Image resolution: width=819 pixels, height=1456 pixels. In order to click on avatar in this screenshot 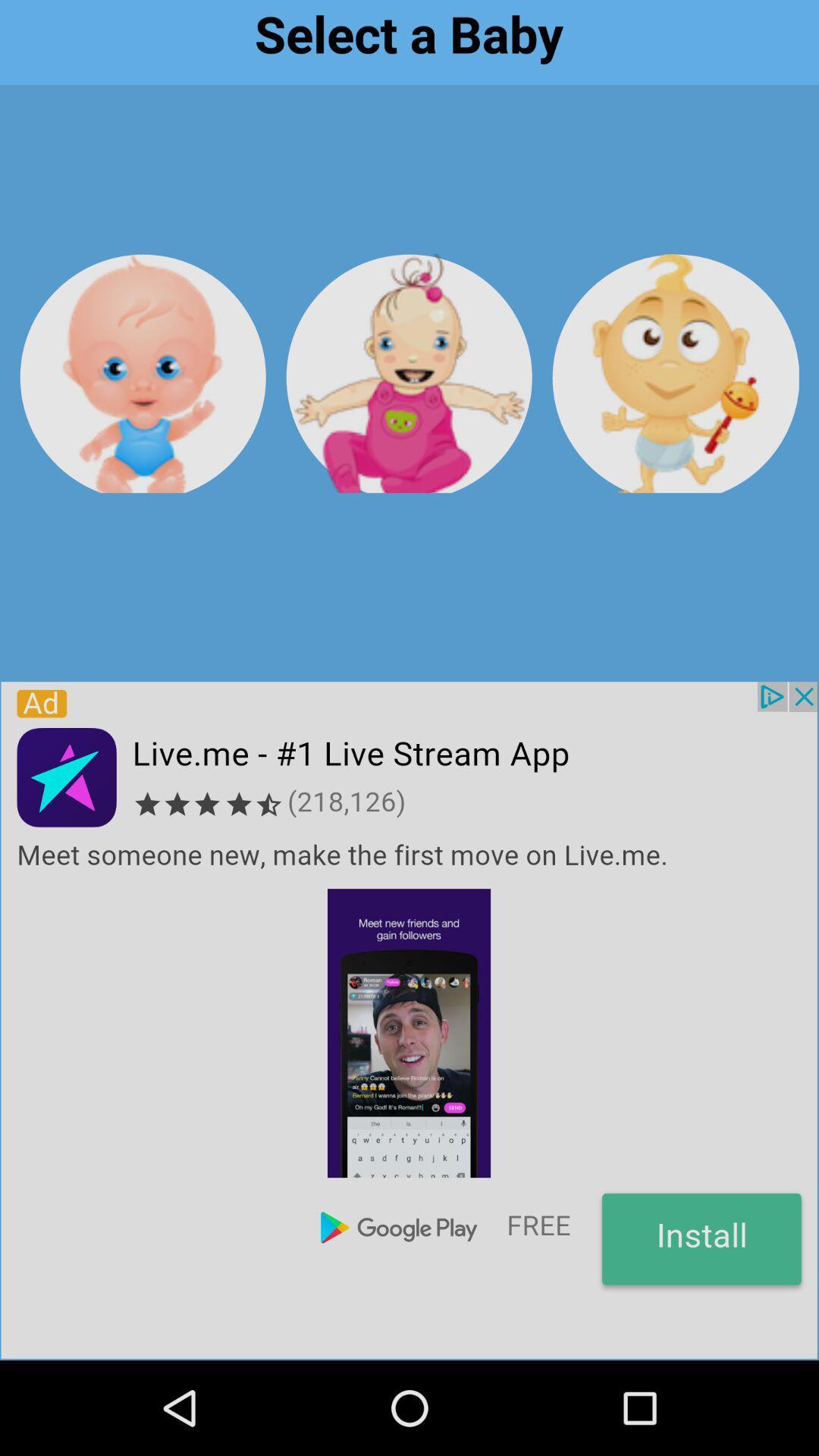, I will do `click(143, 373)`.